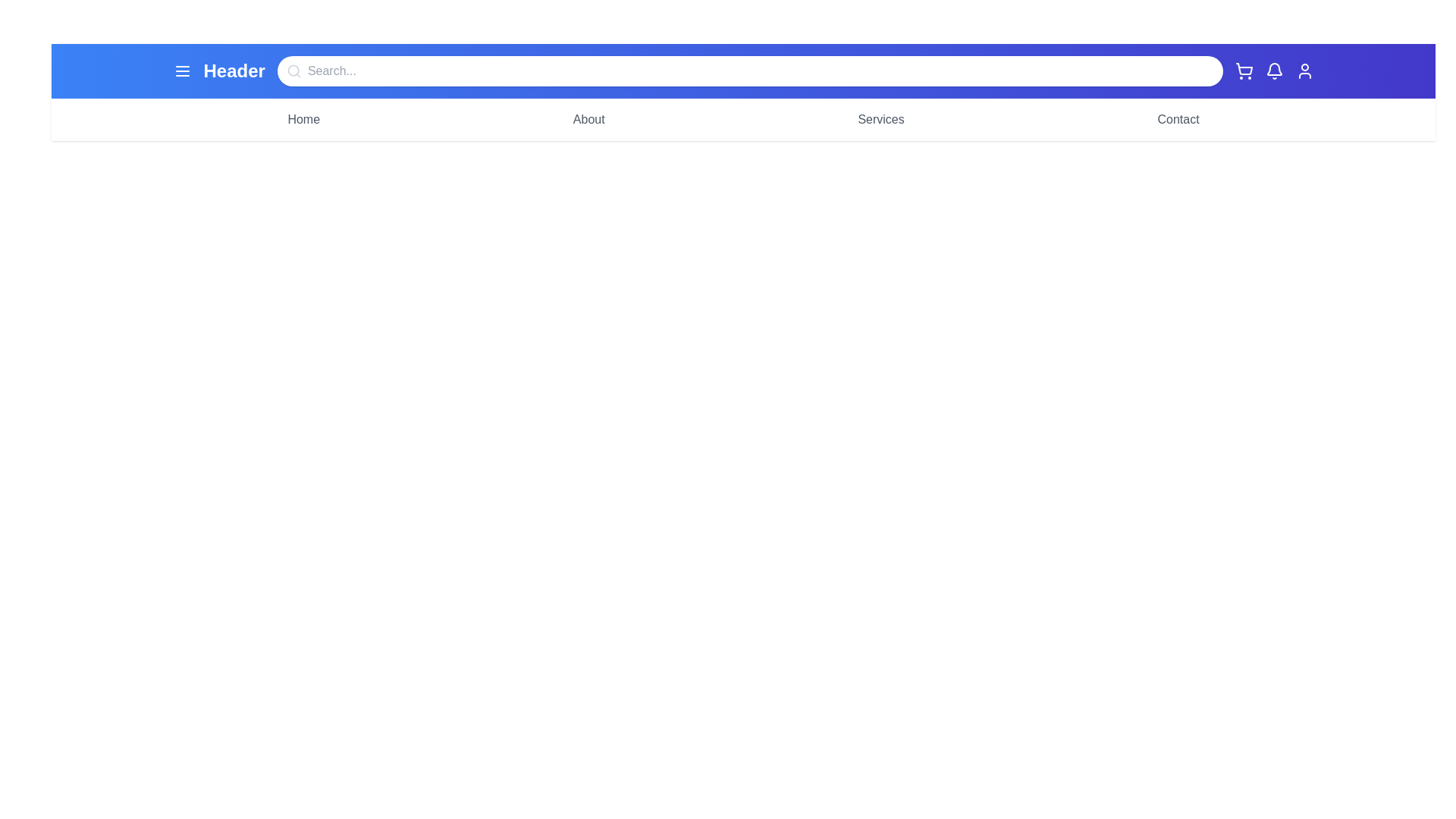  I want to click on the menu item About from the menu bar, so click(588, 119).